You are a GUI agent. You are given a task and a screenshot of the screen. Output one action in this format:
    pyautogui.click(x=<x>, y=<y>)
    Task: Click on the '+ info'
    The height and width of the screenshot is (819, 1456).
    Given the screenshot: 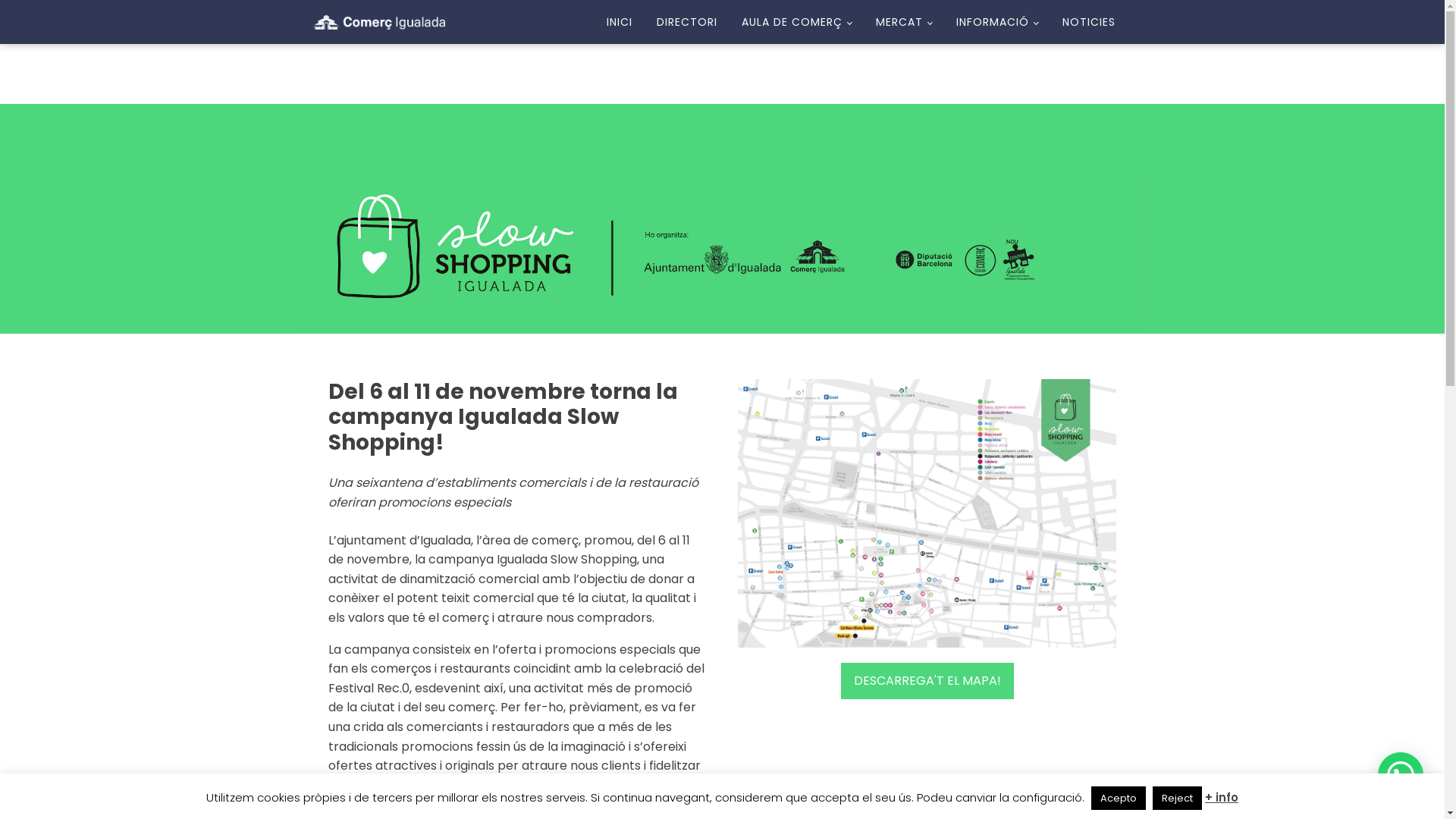 What is the action you would take?
    pyautogui.click(x=1222, y=797)
    